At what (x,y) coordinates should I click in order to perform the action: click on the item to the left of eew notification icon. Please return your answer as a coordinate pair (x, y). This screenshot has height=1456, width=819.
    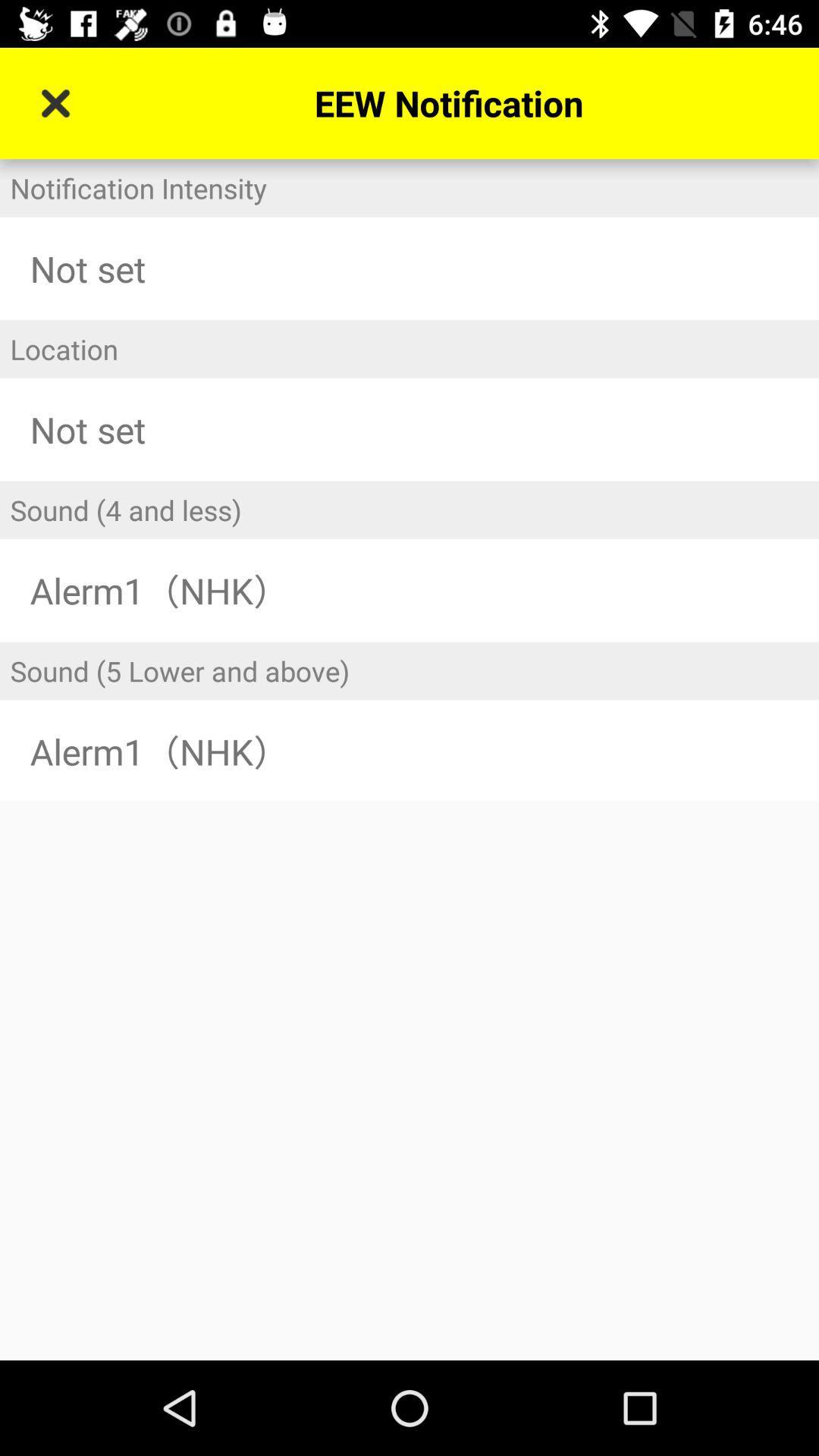
    Looking at the image, I should click on (55, 102).